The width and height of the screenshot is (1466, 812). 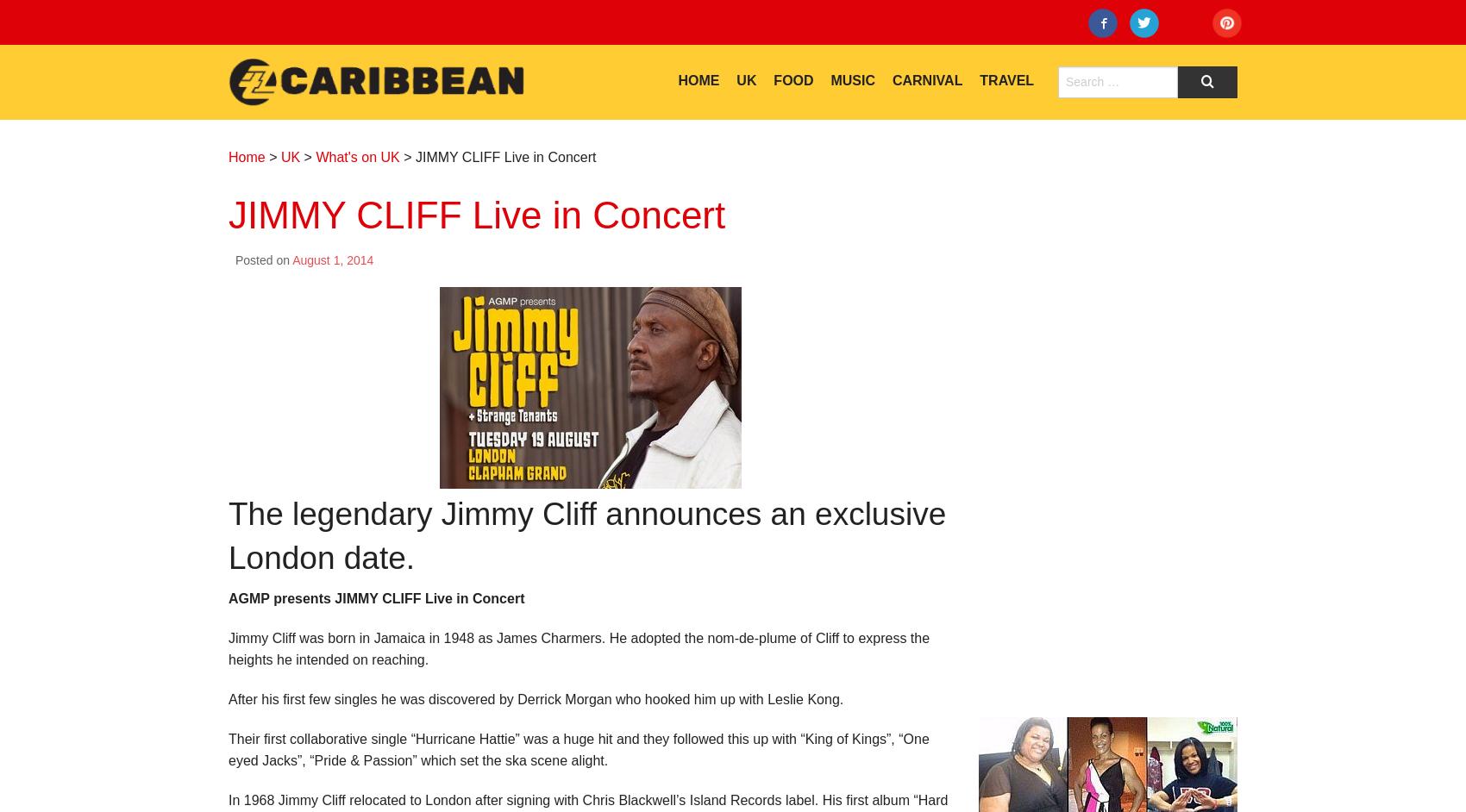 What do you see at coordinates (852, 79) in the screenshot?
I see `'Music'` at bounding box center [852, 79].